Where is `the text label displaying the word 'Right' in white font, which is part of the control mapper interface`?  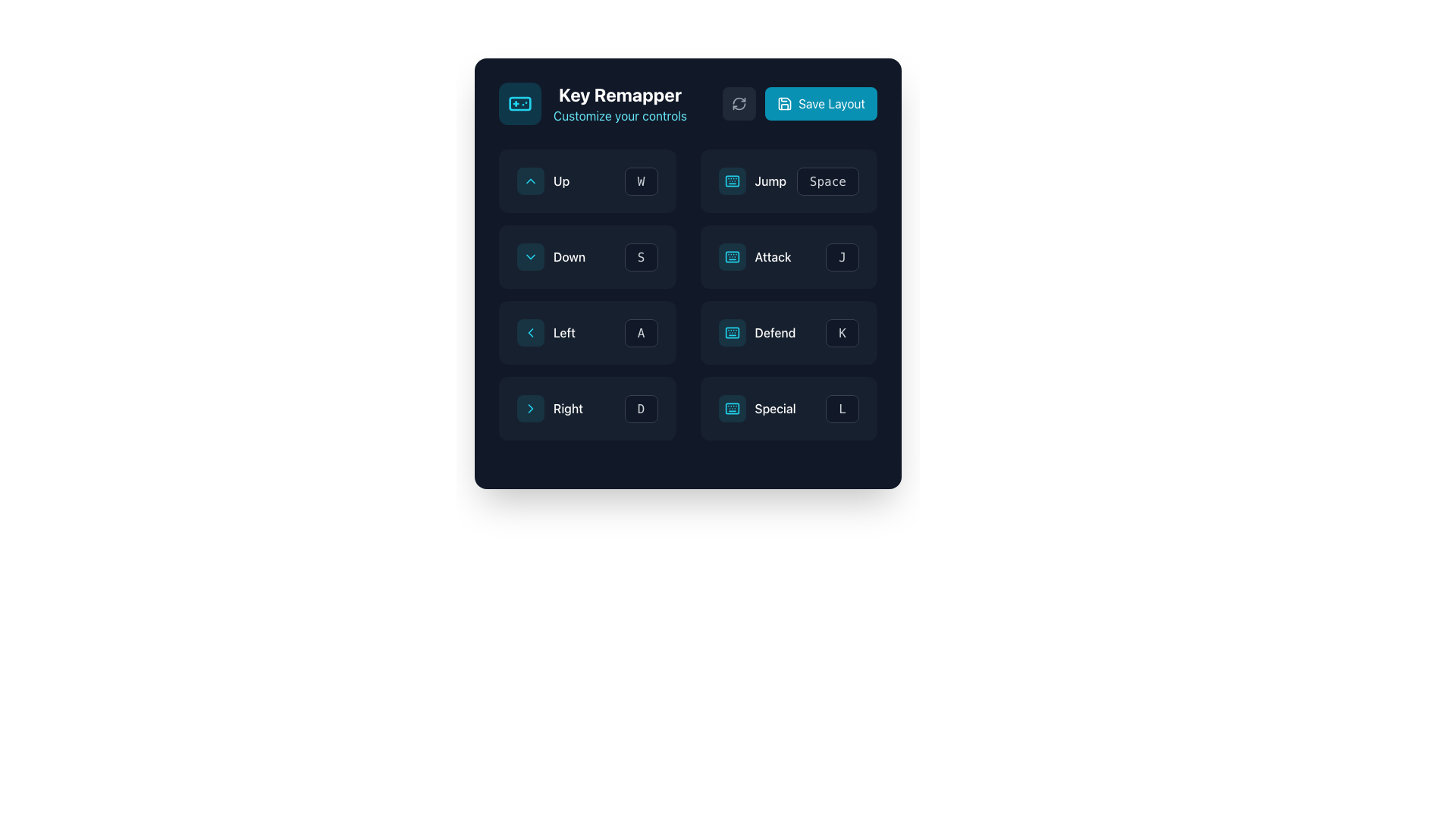
the text label displaying the word 'Right' in white font, which is part of the control mapper interface is located at coordinates (567, 408).